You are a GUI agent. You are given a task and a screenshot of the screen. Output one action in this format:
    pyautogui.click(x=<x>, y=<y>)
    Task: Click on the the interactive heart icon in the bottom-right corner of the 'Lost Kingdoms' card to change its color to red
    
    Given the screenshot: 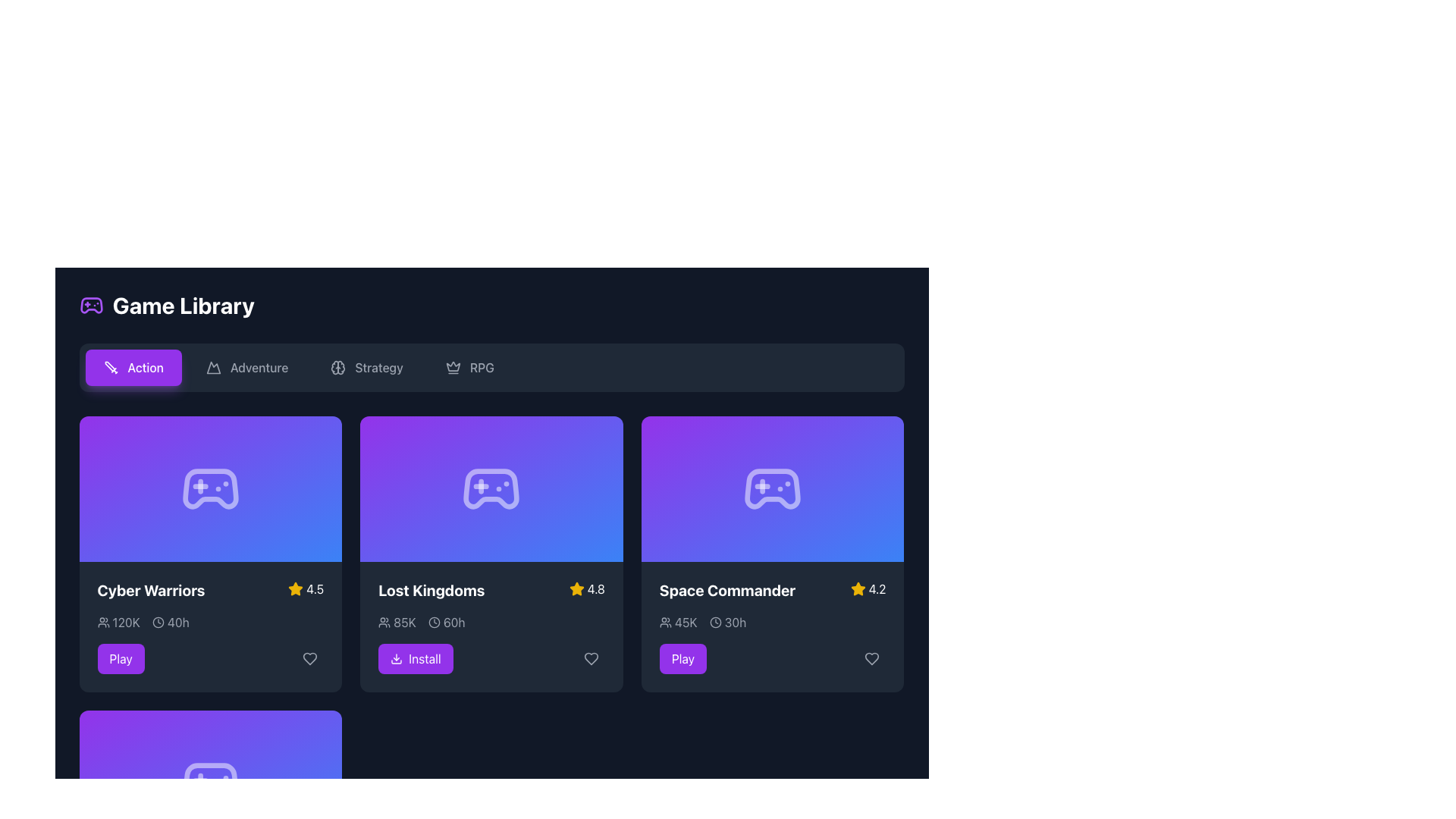 What is the action you would take?
    pyautogui.click(x=590, y=657)
    